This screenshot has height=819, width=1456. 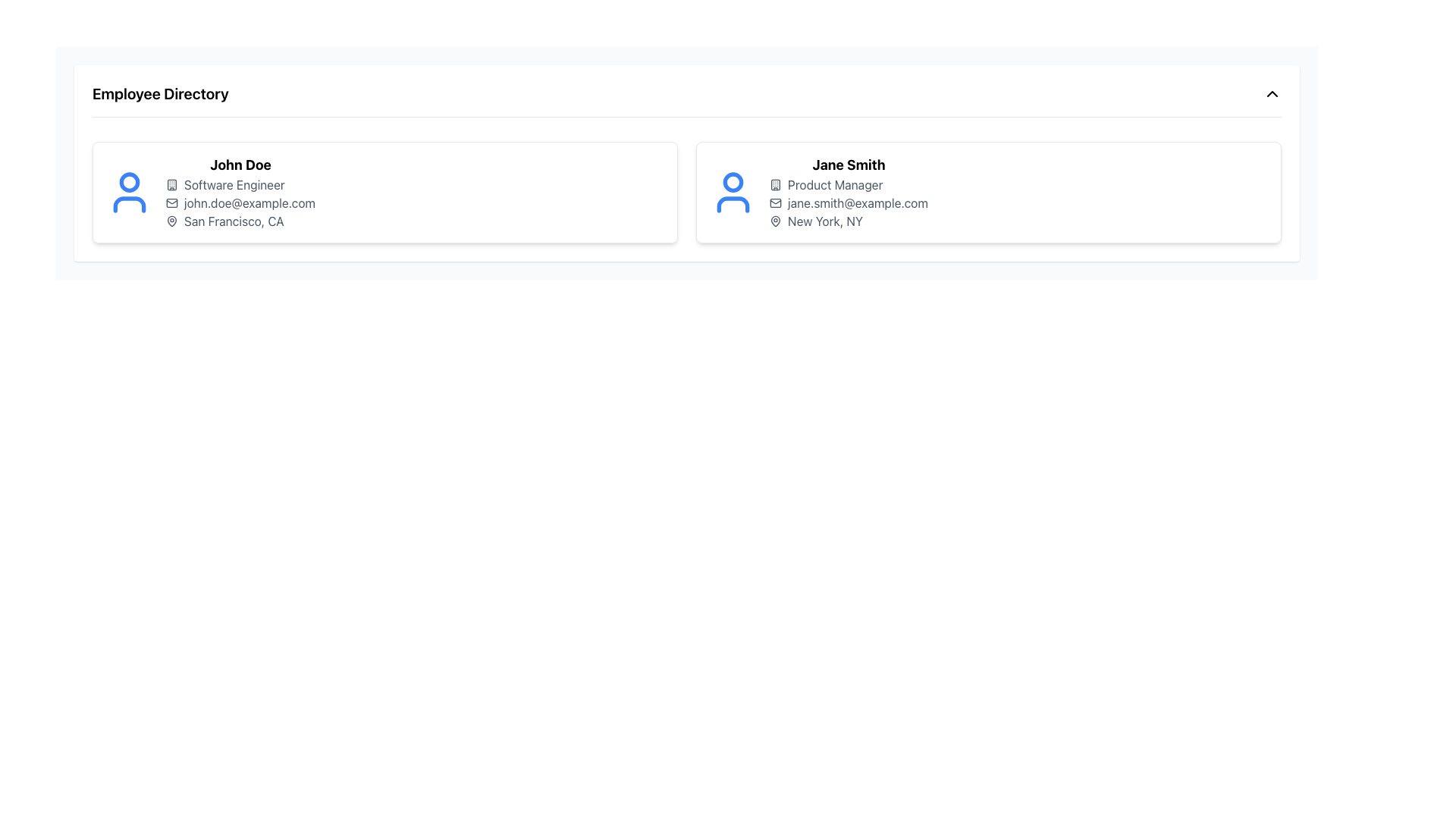 I want to click on the circular SVG graphic element representing the head in Jane Smith's user profile icon located in the header of the second profile card, so click(x=733, y=180).